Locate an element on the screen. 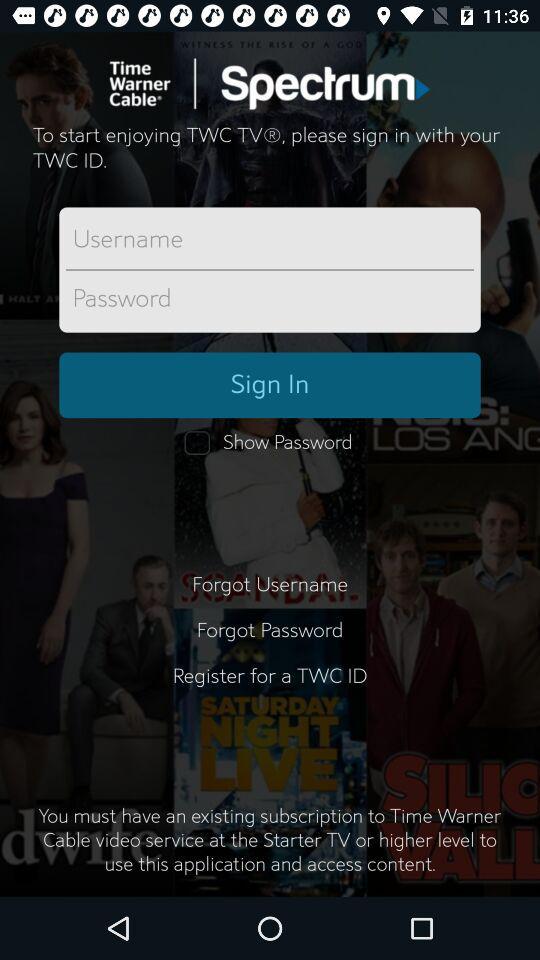 Image resolution: width=540 pixels, height=960 pixels. the forgot password item is located at coordinates (270, 630).